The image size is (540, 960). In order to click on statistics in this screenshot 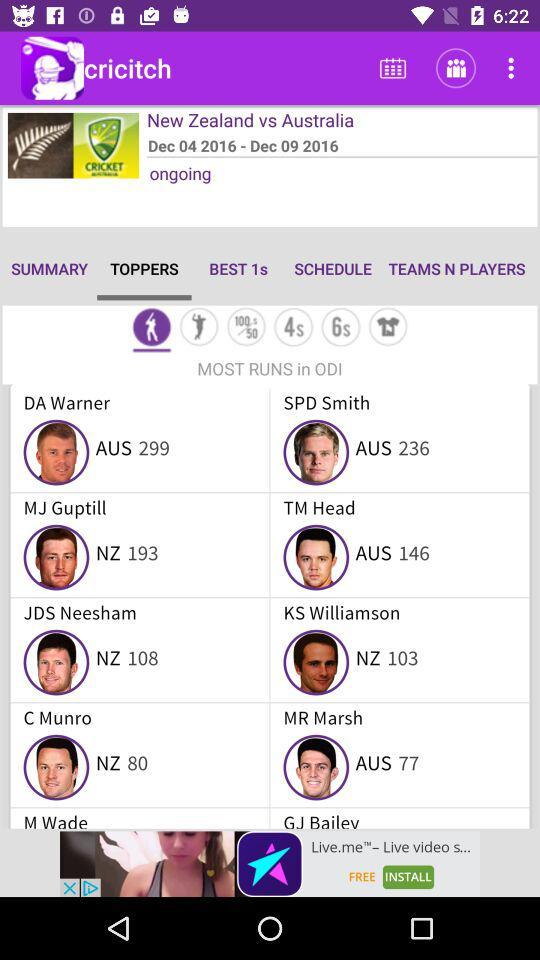, I will do `click(246, 329)`.